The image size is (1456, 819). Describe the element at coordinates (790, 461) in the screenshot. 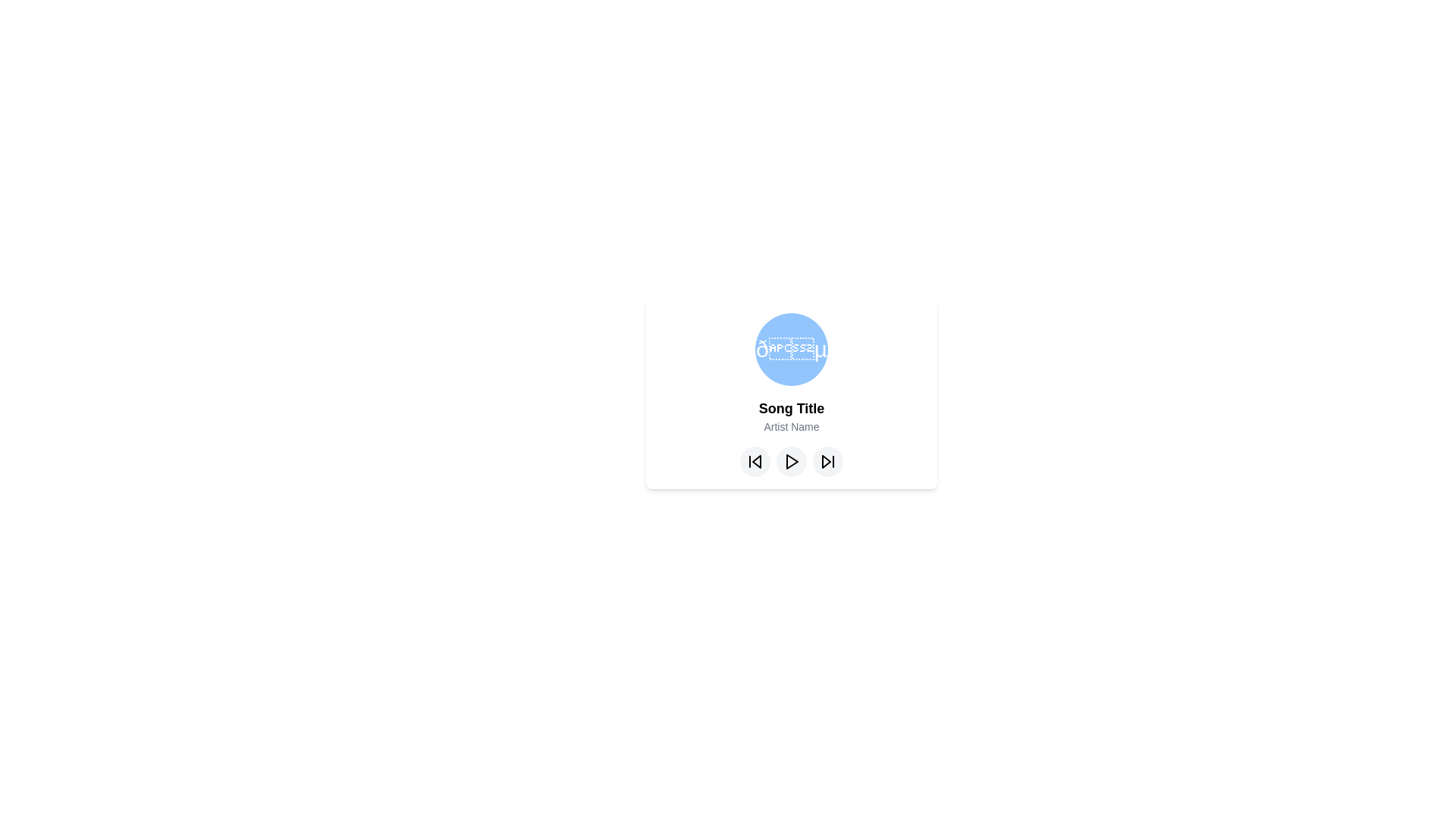

I see `the central arrow-like icon button that points to the right, which is part of the navigation controls below the album artwork and song information` at that location.